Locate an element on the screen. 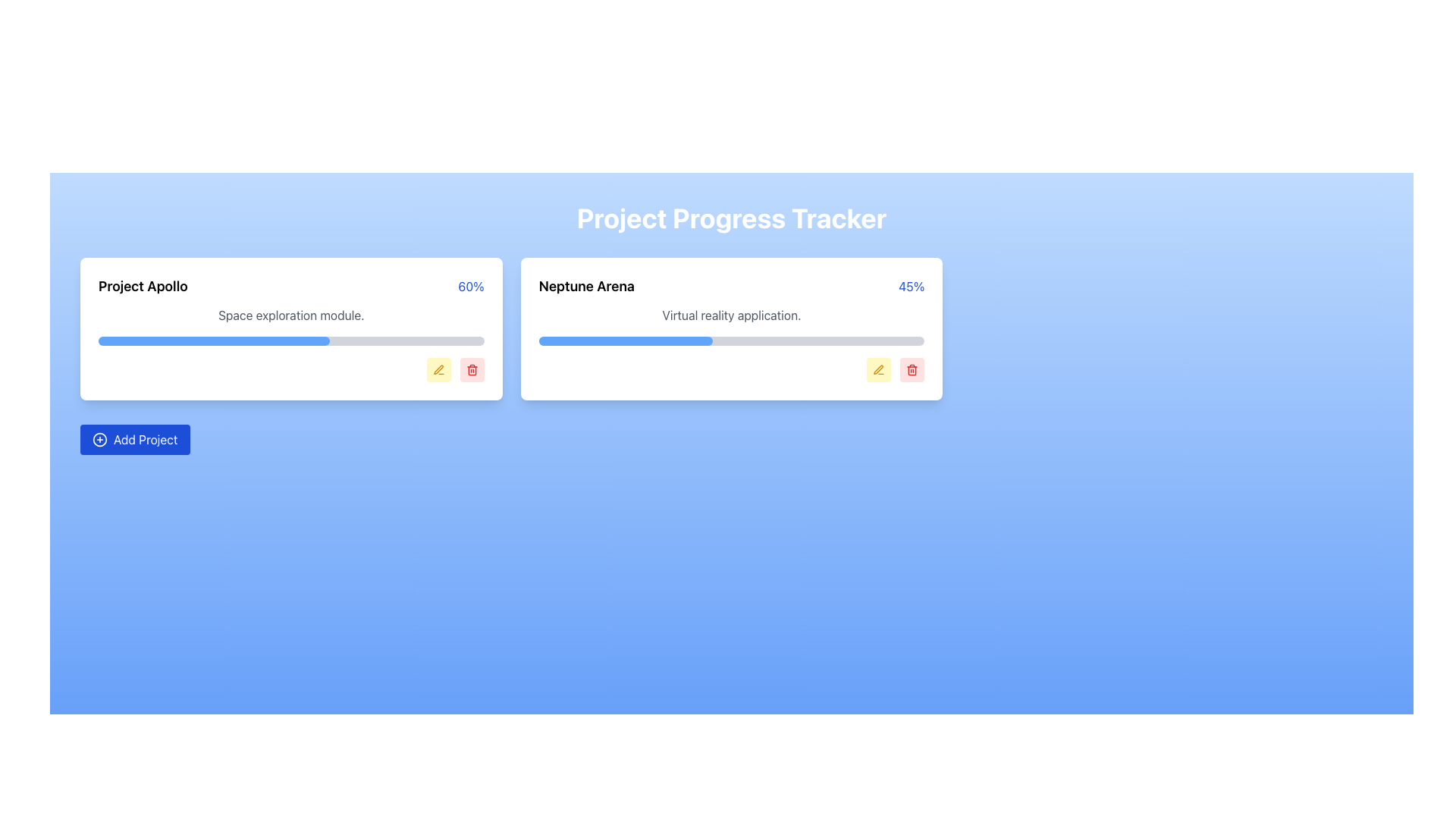 The height and width of the screenshot is (819, 1456). the horizontal progress bar indicating 45% progress, located within the 'Neptune Arena' card, directly below 'Virtual reality application' is located at coordinates (626, 341).